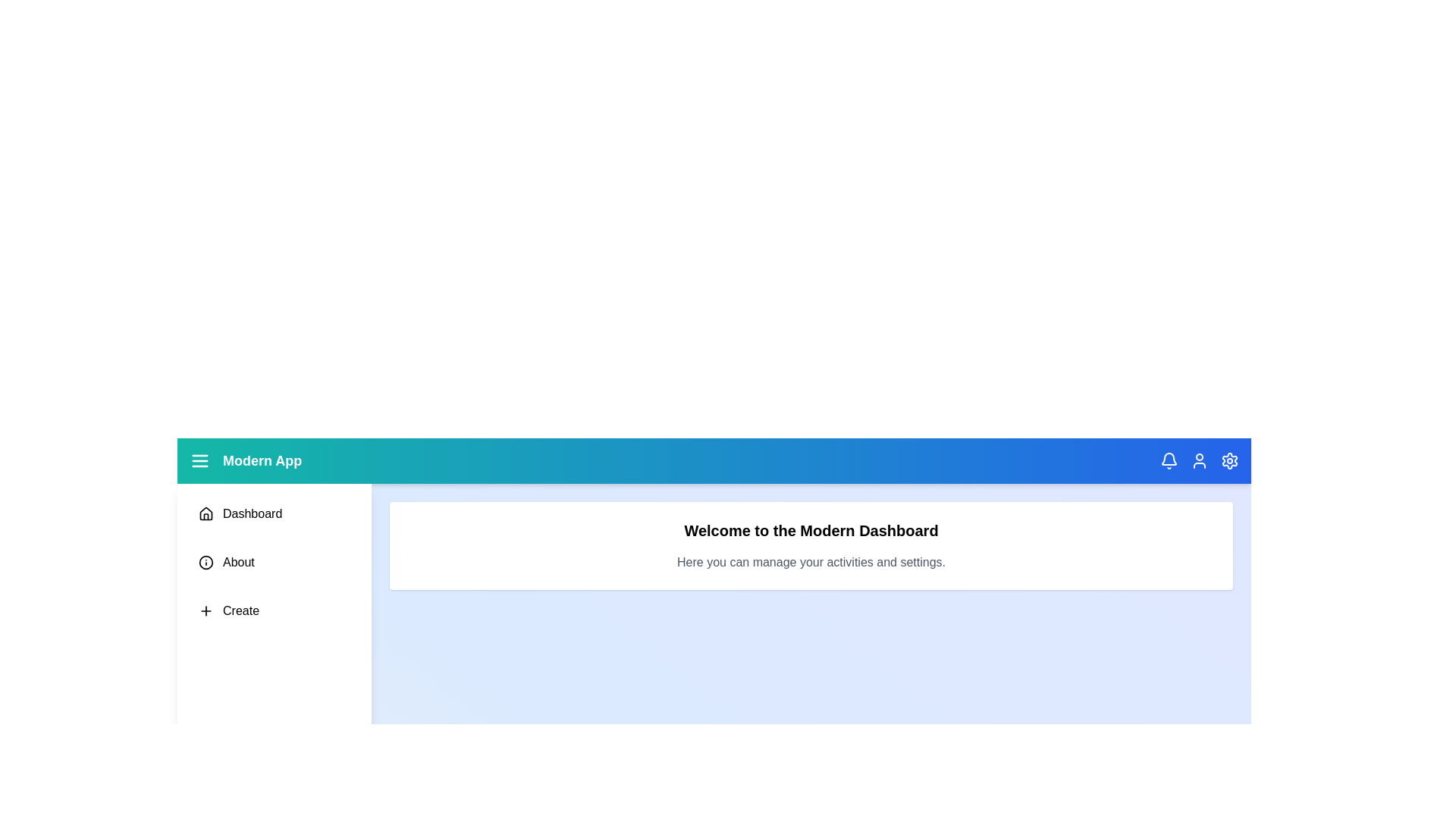 The width and height of the screenshot is (1456, 819). I want to click on the menu icon to toggle the sidebar visibility, so click(199, 460).